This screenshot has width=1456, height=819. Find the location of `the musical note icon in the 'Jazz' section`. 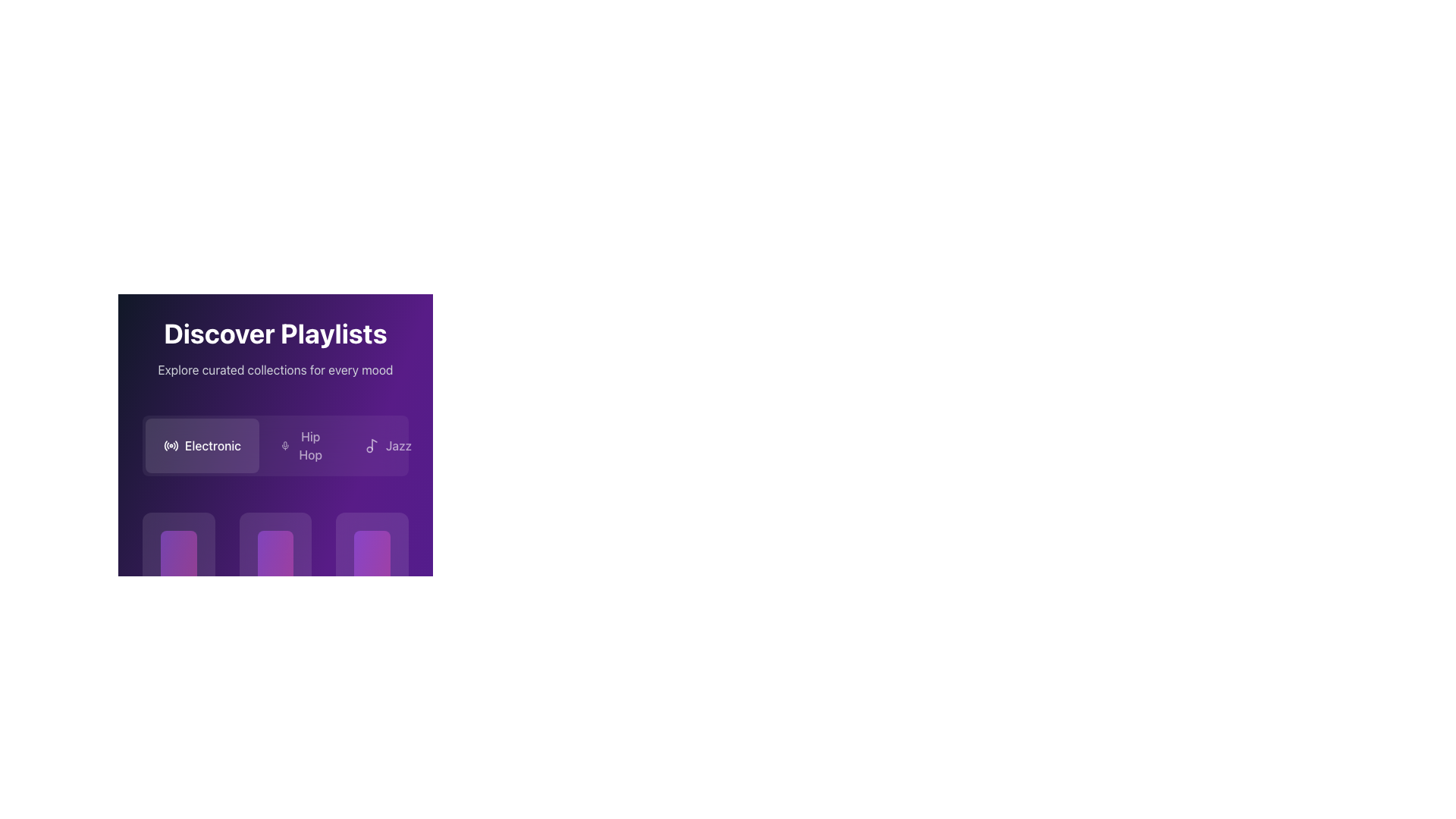

the musical note icon in the 'Jazz' section is located at coordinates (372, 444).